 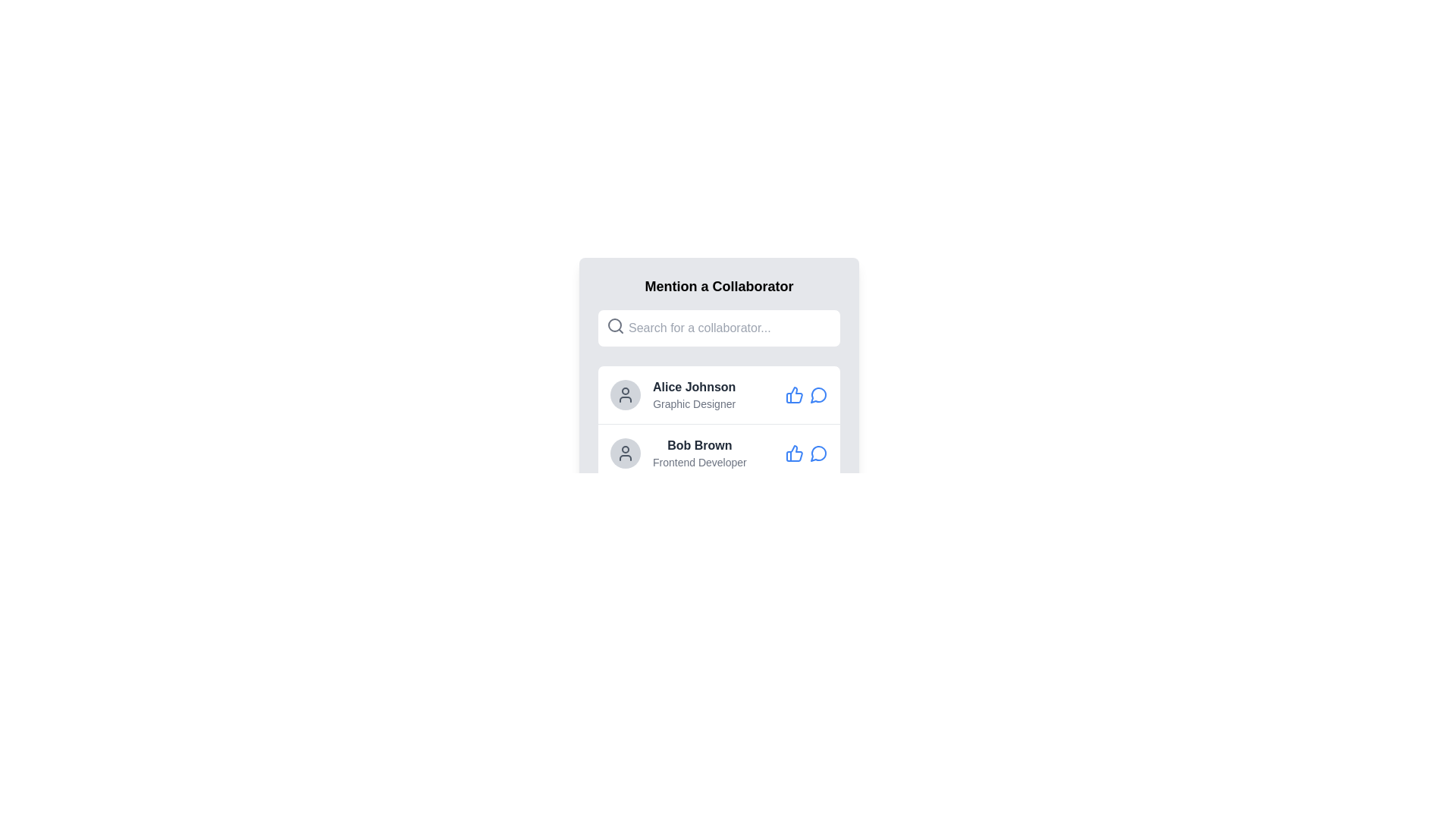 I want to click on the text label displaying 'Alice Johnson', so click(x=693, y=386).